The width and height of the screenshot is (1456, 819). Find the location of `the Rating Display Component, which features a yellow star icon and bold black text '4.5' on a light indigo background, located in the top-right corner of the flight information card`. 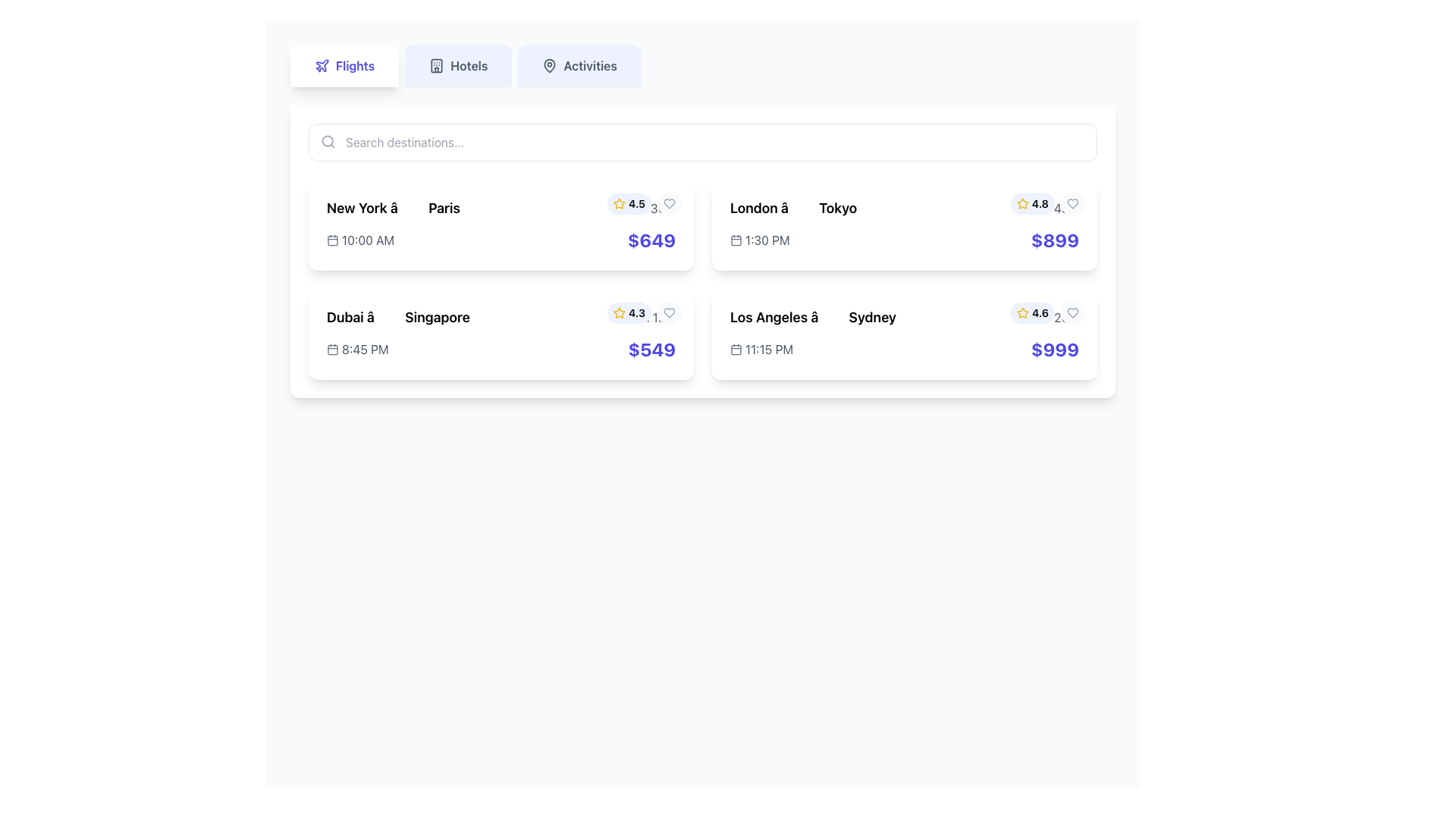

the Rating Display Component, which features a yellow star icon and bold black text '4.5' on a light indigo background, located in the top-right corner of the flight information card is located at coordinates (629, 203).